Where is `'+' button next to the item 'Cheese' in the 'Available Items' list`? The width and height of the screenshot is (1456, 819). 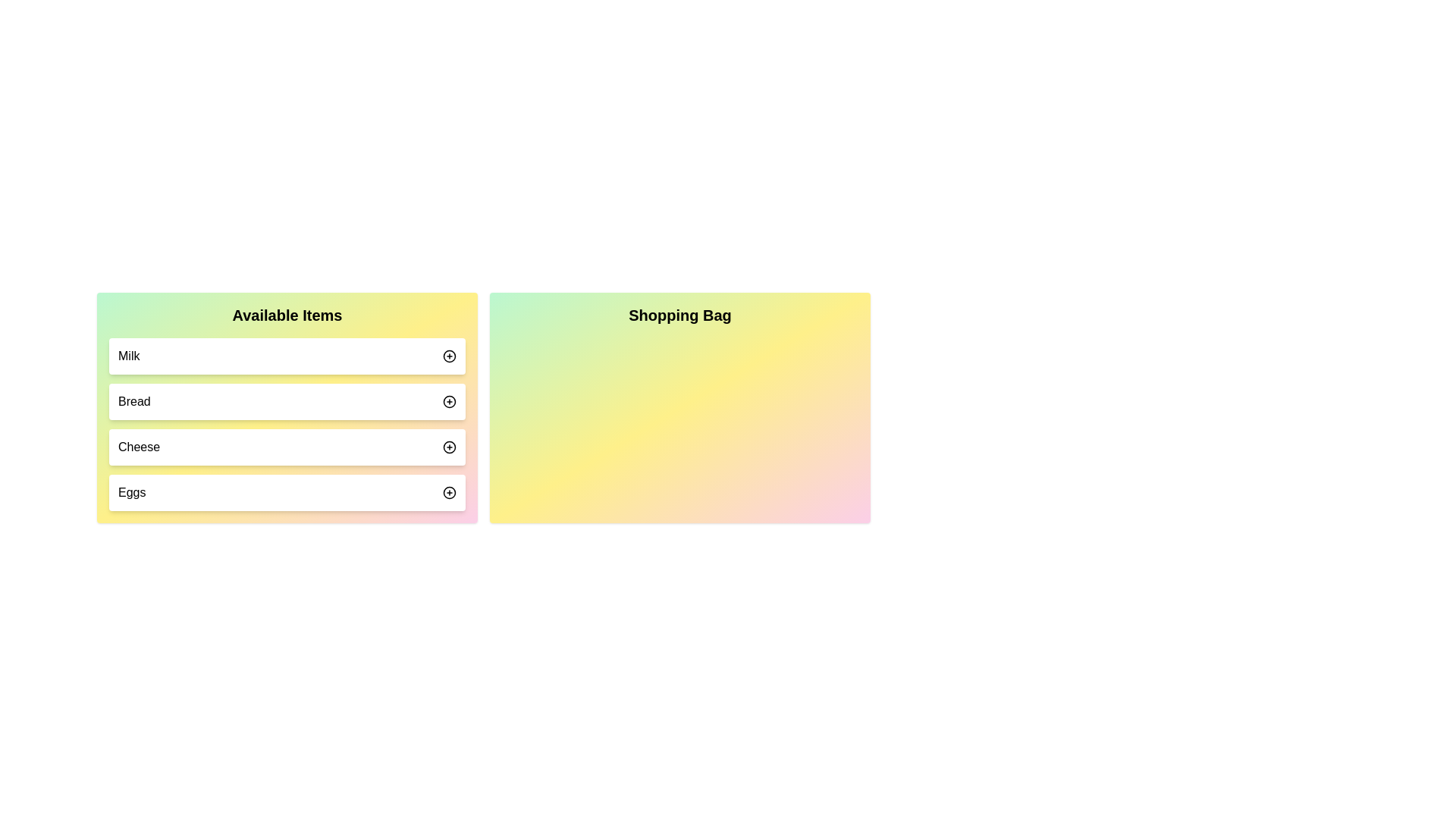
'+' button next to the item 'Cheese' in the 'Available Items' list is located at coordinates (449, 447).